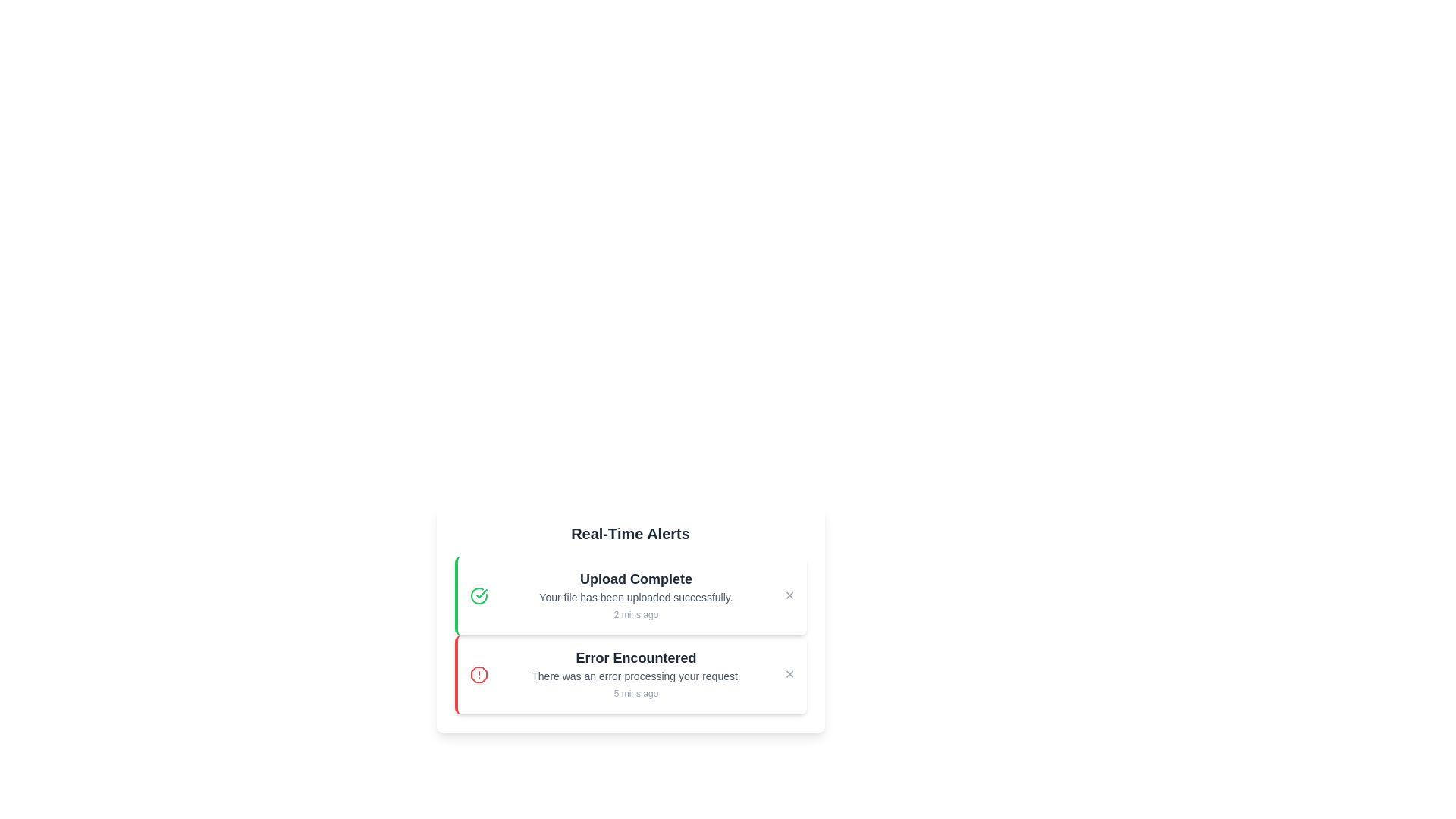 Image resolution: width=1456 pixels, height=819 pixels. I want to click on the text label displaying 'Your file has been uploaded successfully.' which is located beneath the 'Upload Complete' heading in the notification card, so click(636, 596).